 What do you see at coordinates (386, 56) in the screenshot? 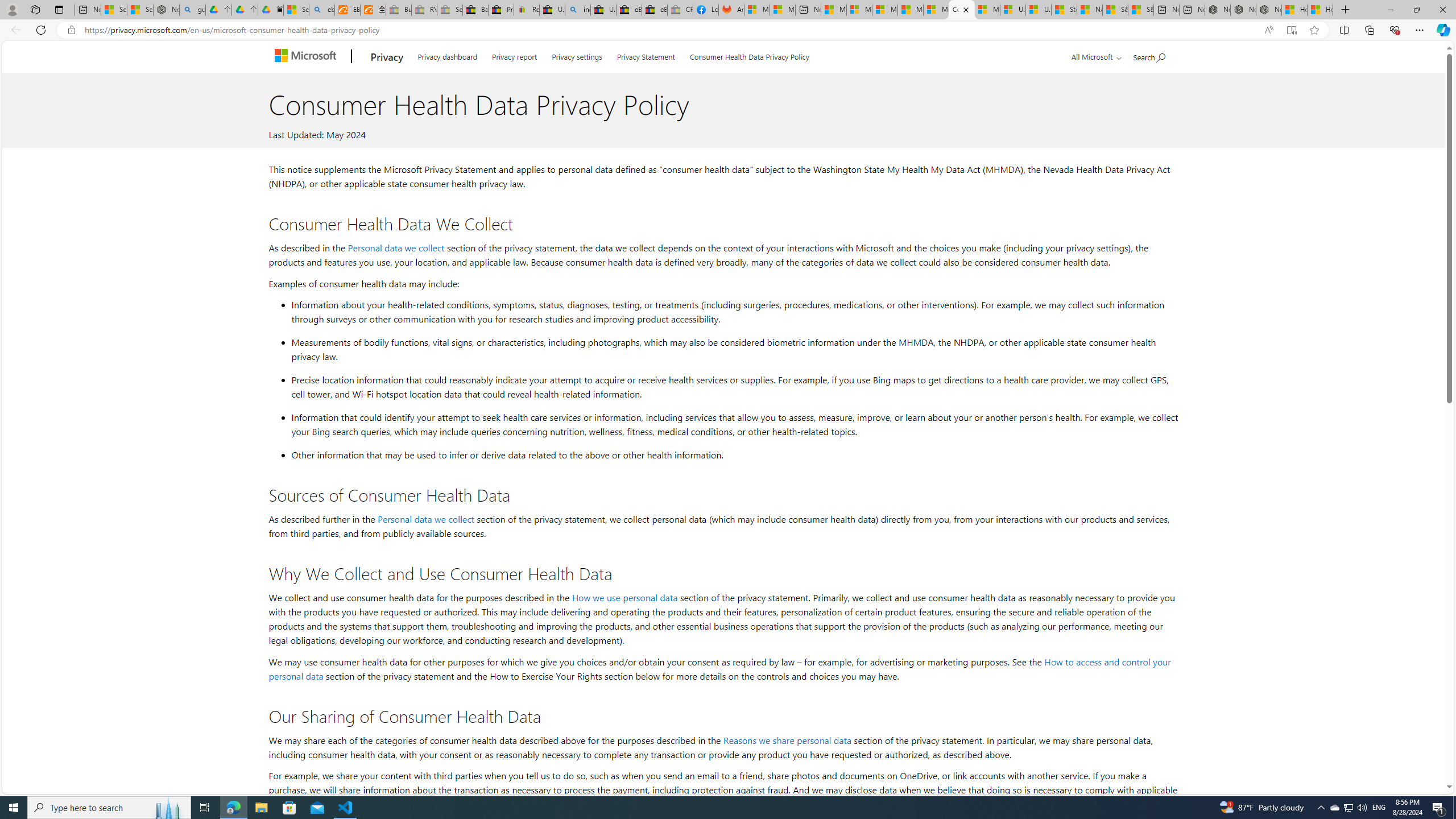
I see `'Privacy'` at bounding box center [386, 56].